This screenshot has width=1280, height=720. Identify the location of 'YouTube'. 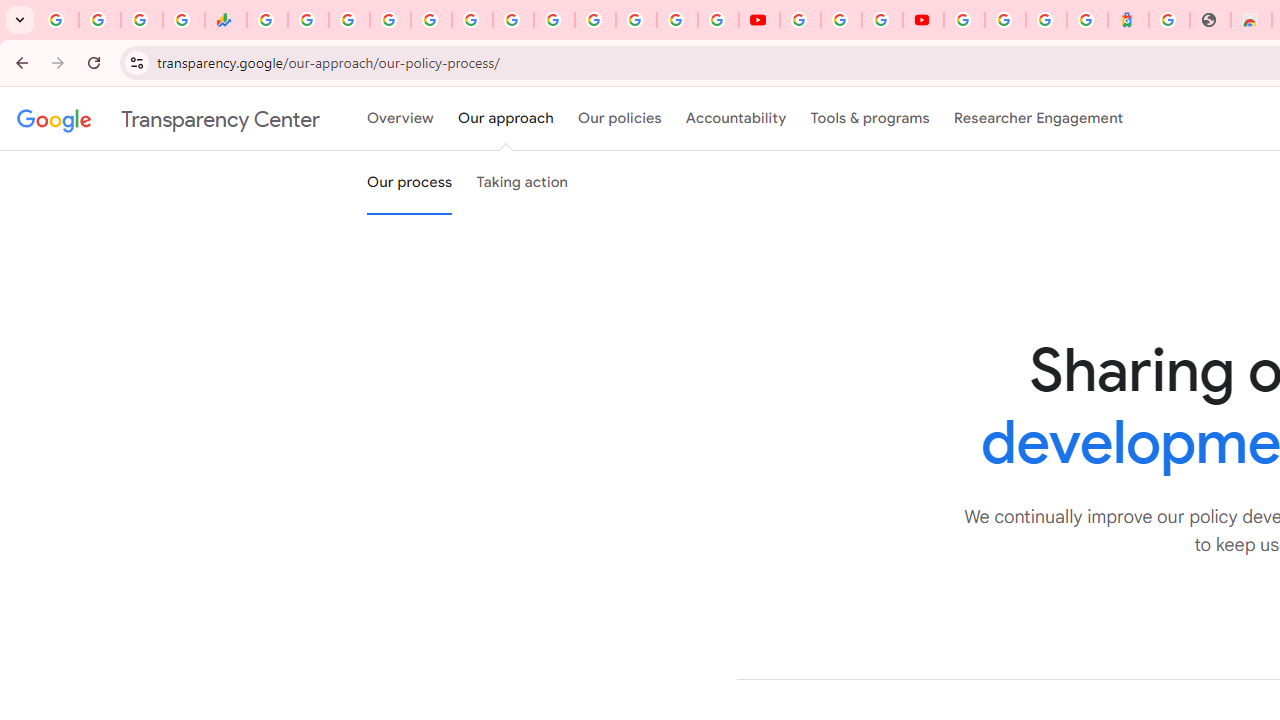
(800, 20).